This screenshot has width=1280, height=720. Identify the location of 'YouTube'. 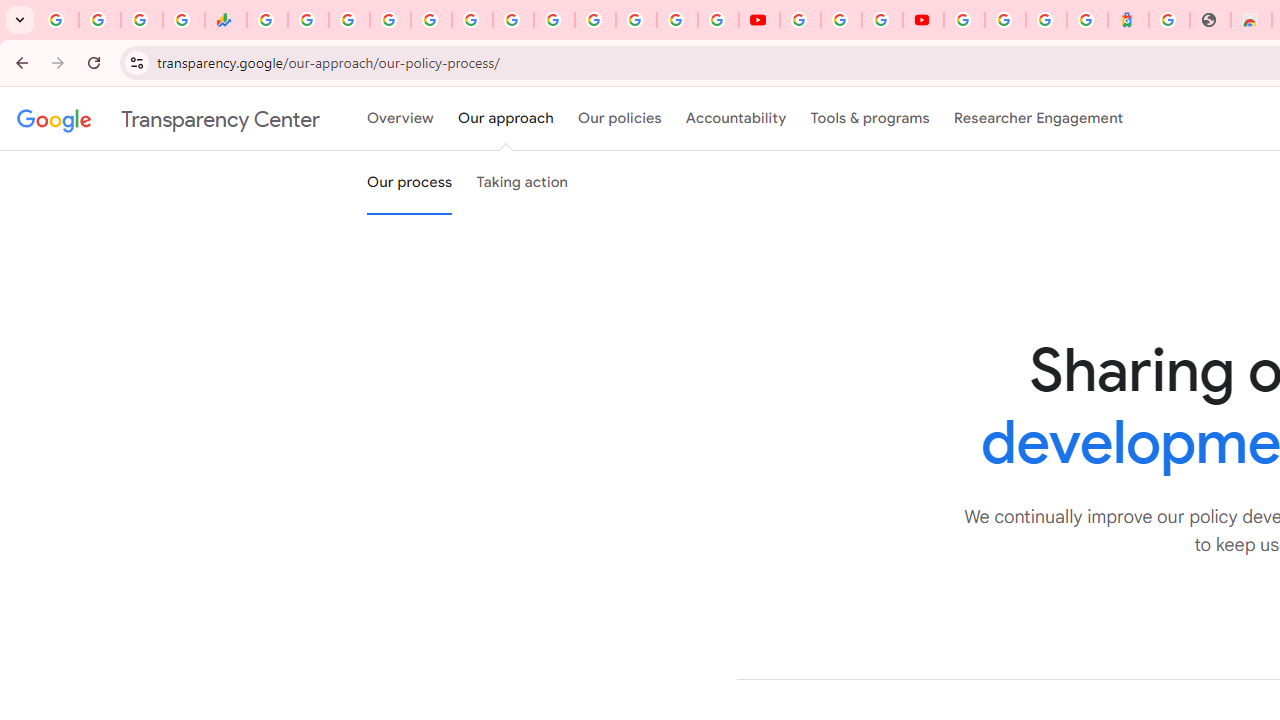
(800, 20).